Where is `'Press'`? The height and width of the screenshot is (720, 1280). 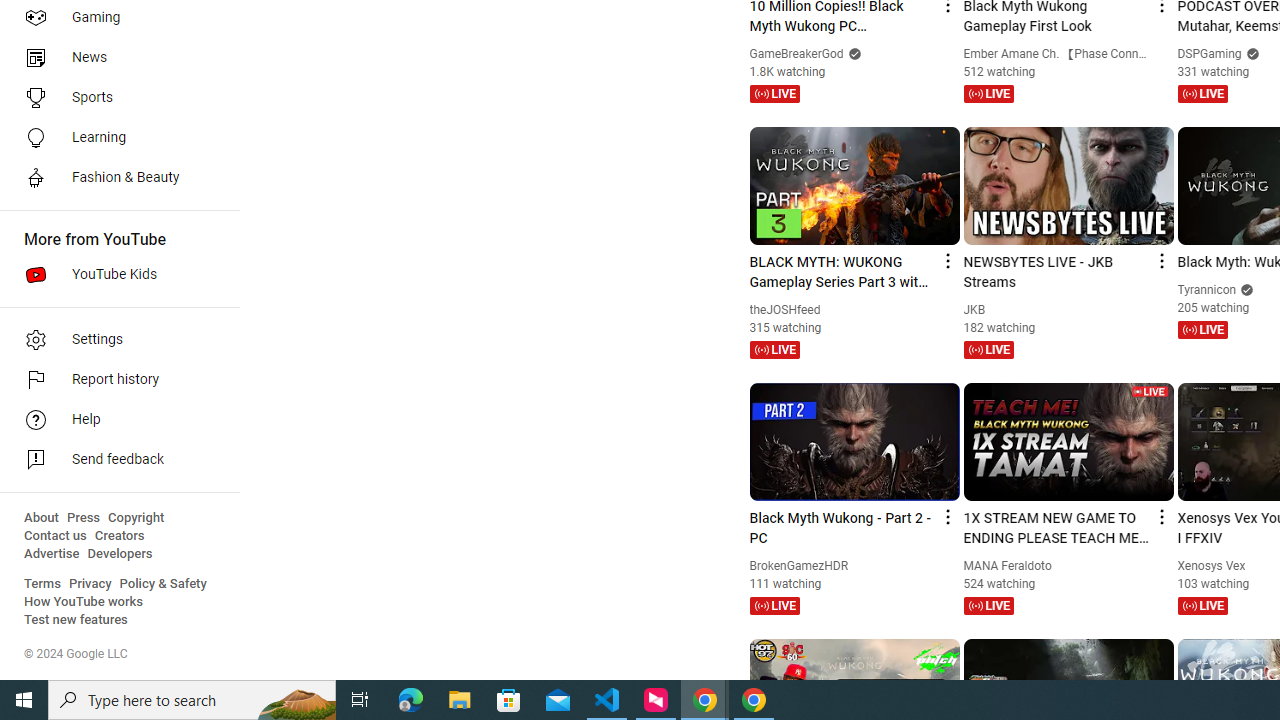
'Press' is located at coordinates (82, 517).